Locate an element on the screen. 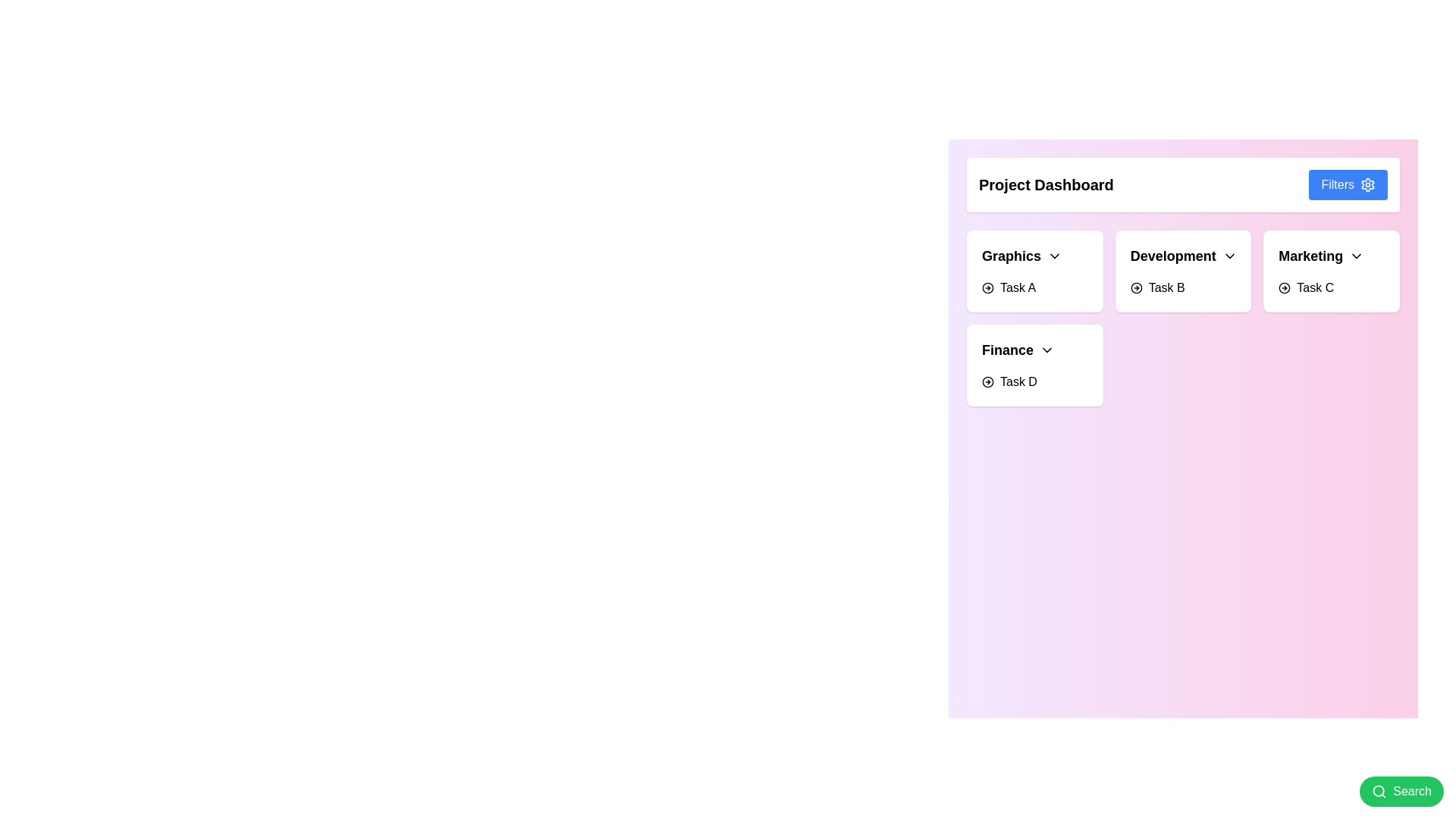 The height and width of the screenshot is (819, 1456). the circular icon with a right-pointing arrow located in the 'Development' section, adjacent to the text 'Task B' is located at coordinates (1136, 288).